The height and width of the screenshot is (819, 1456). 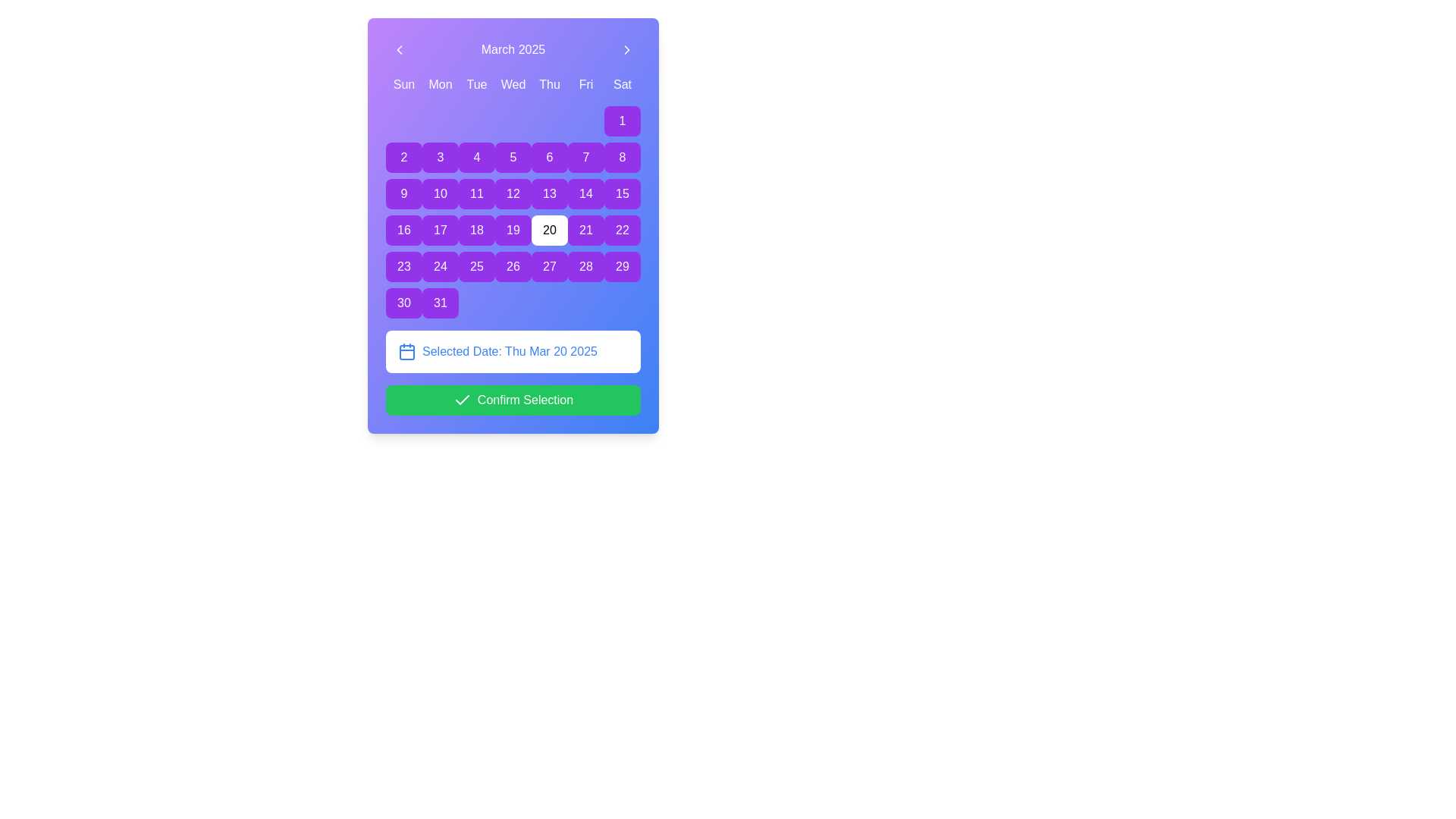 What do you see at coordinates (403, 84) in the screenshot?
I see `the 'Sun' text label, which is the first element in a horizontal layout of the days of the week, styled with a rounded design and contrasting background and text colors` at bounding box center [403, 84].